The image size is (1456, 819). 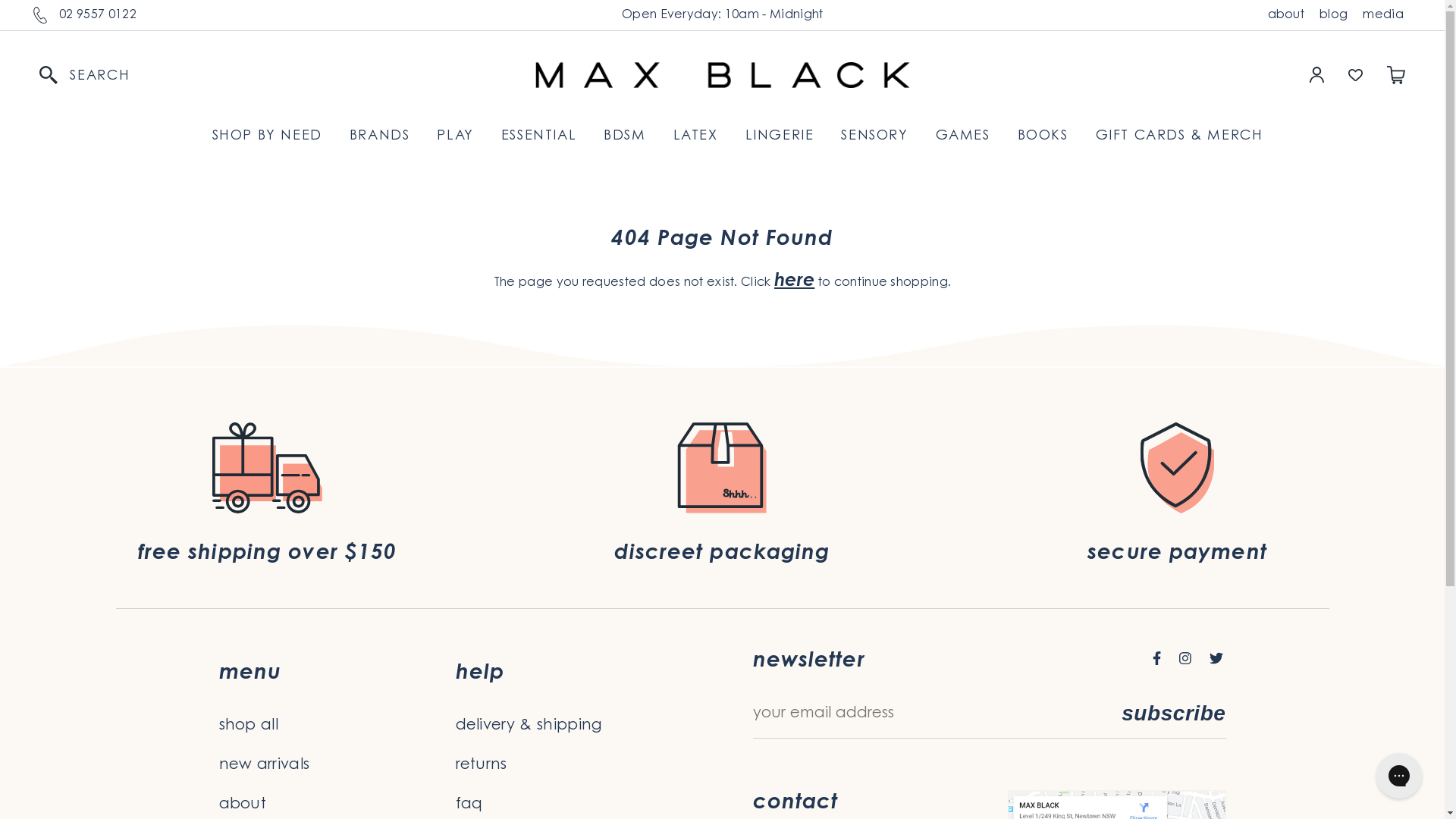 I want to click on 'LINGERIE', so click(x=745, y=136).